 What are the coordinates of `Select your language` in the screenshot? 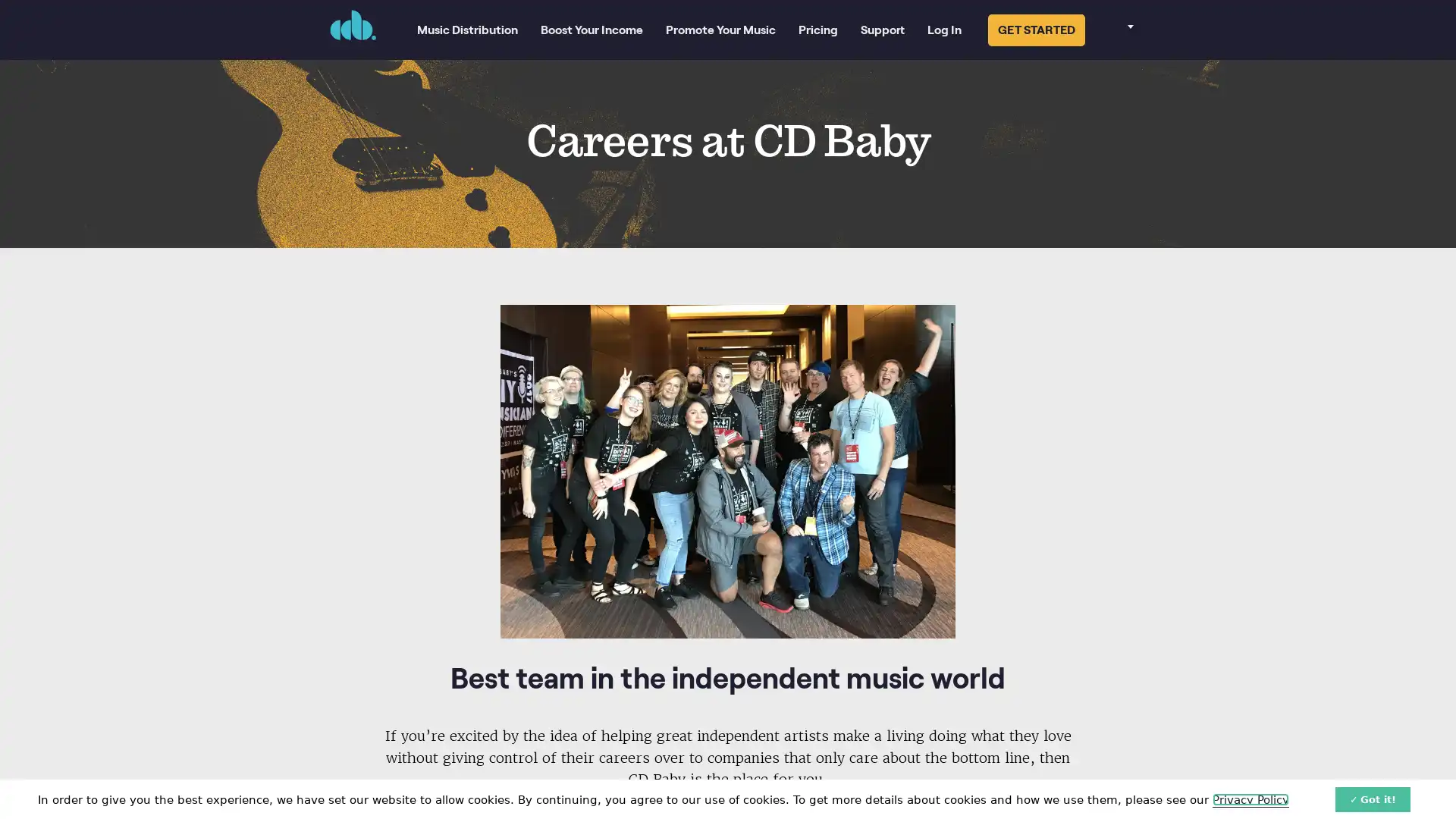 It's located at (1113, 30).